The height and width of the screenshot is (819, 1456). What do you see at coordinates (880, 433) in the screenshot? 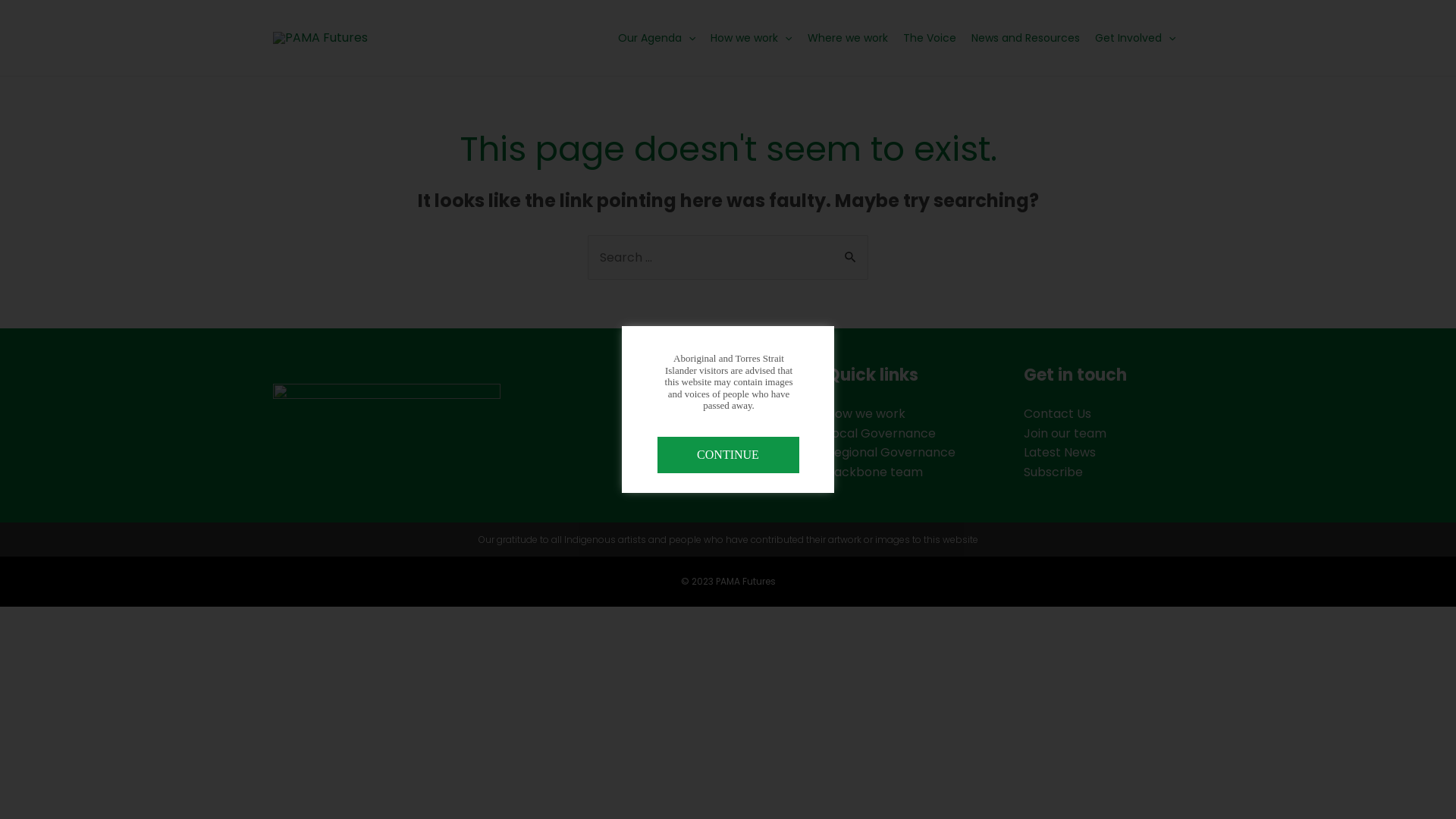
I see `'Local Governance'` at bounding box center [880, 433].